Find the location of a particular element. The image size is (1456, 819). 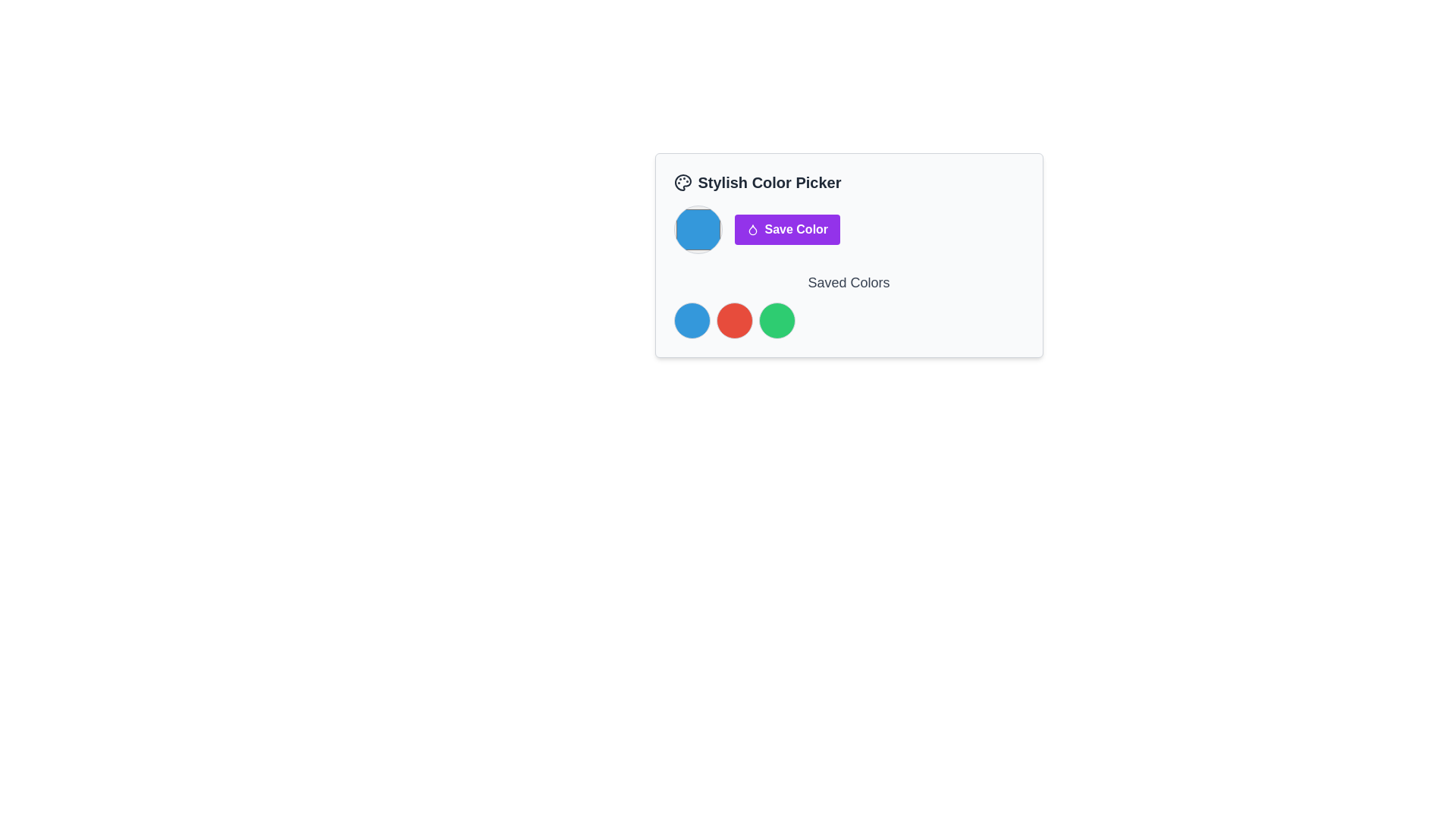

the first circular color representation element is located at coordinates (691, 320).